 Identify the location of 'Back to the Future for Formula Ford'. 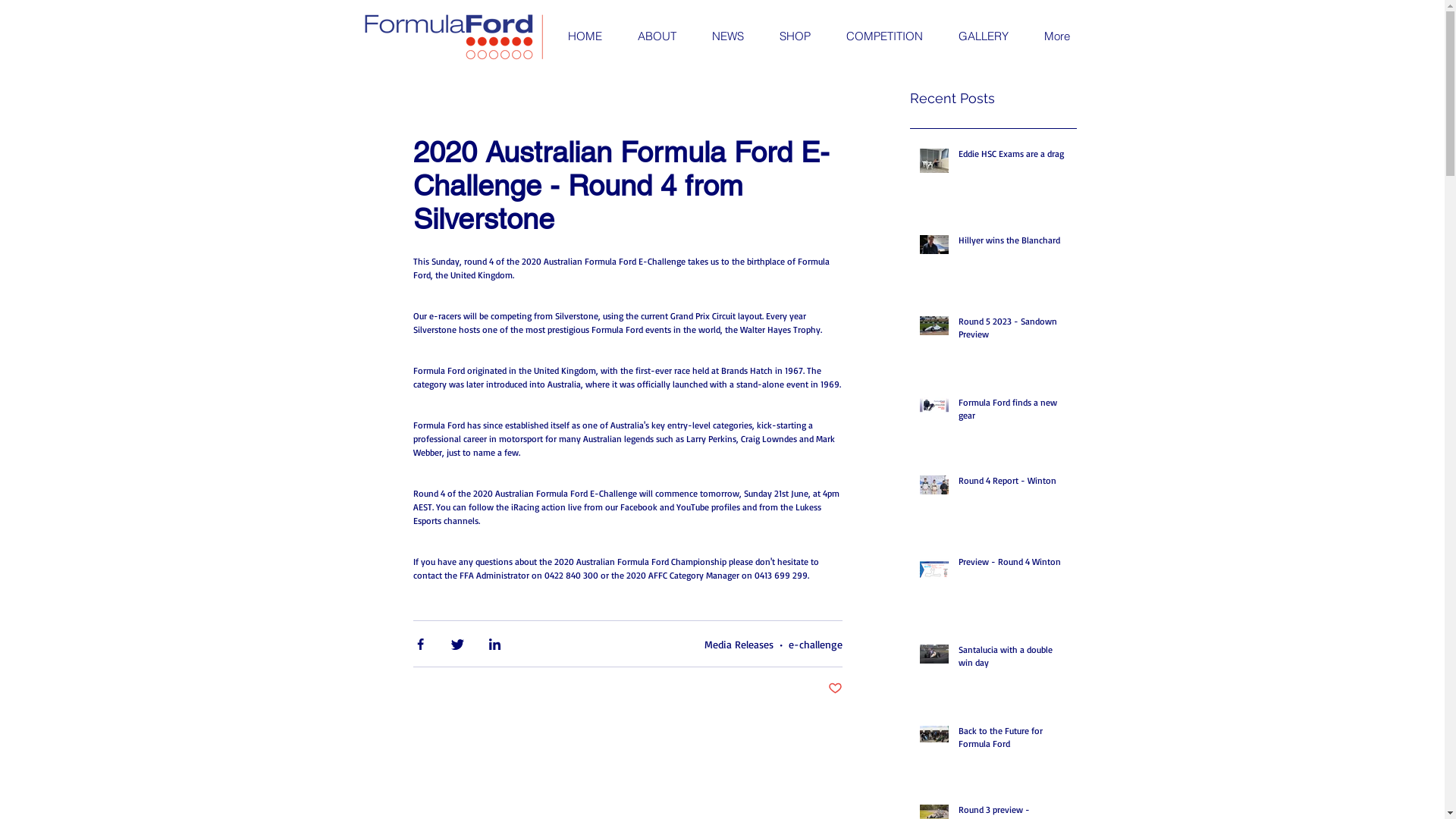
(1012, 739).